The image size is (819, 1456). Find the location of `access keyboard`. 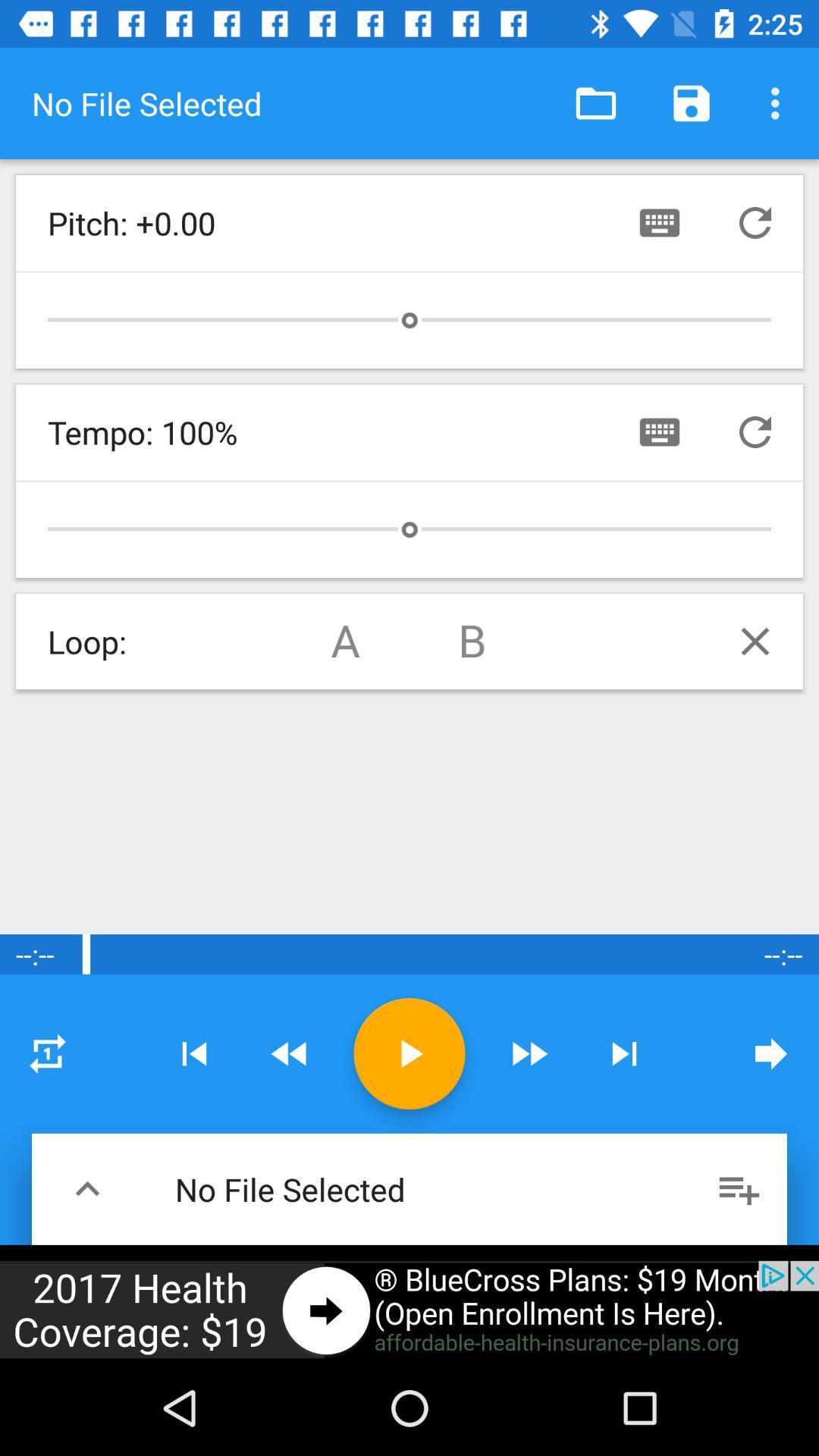

access keyboard is located at coordinates (659, 431).